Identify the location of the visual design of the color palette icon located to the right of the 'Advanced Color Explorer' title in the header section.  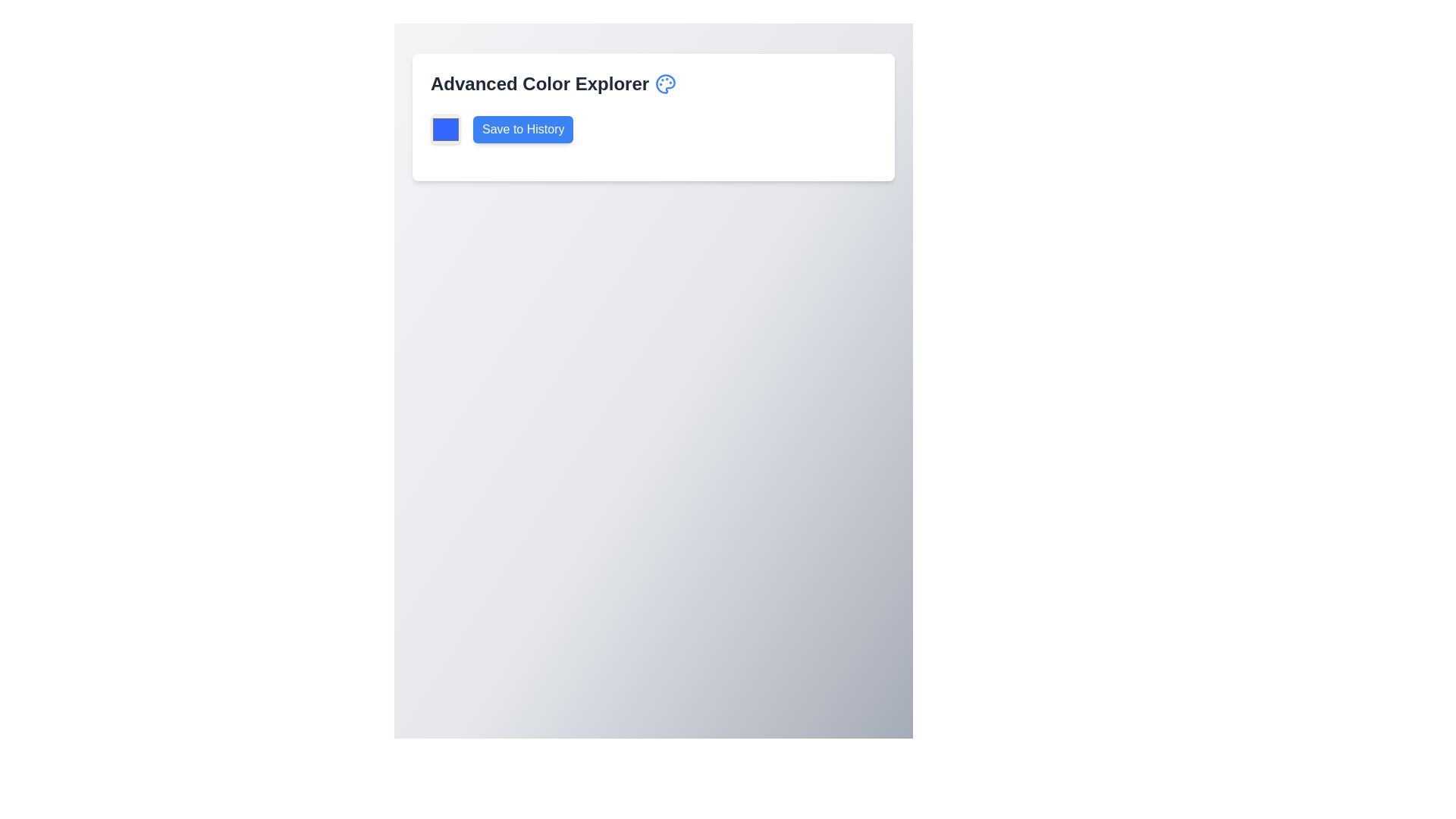
(666, 84).